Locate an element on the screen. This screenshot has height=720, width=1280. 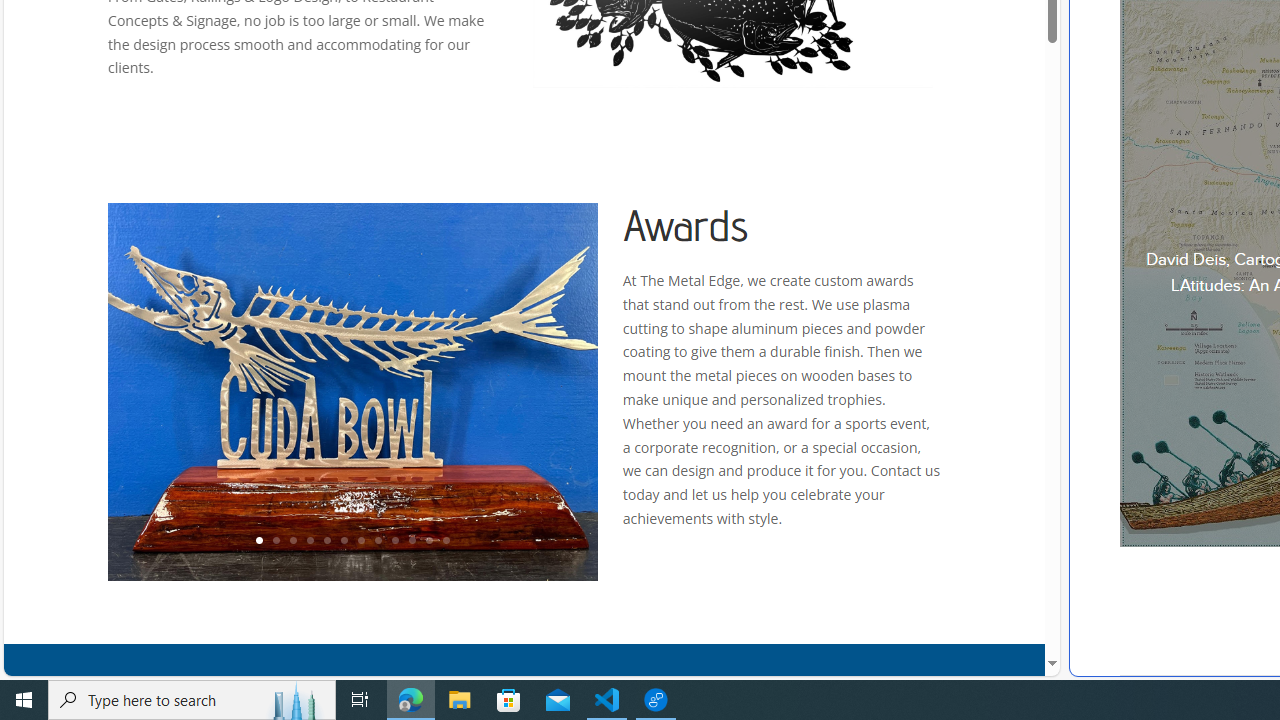
'11' is located at coordinates (427, 541).